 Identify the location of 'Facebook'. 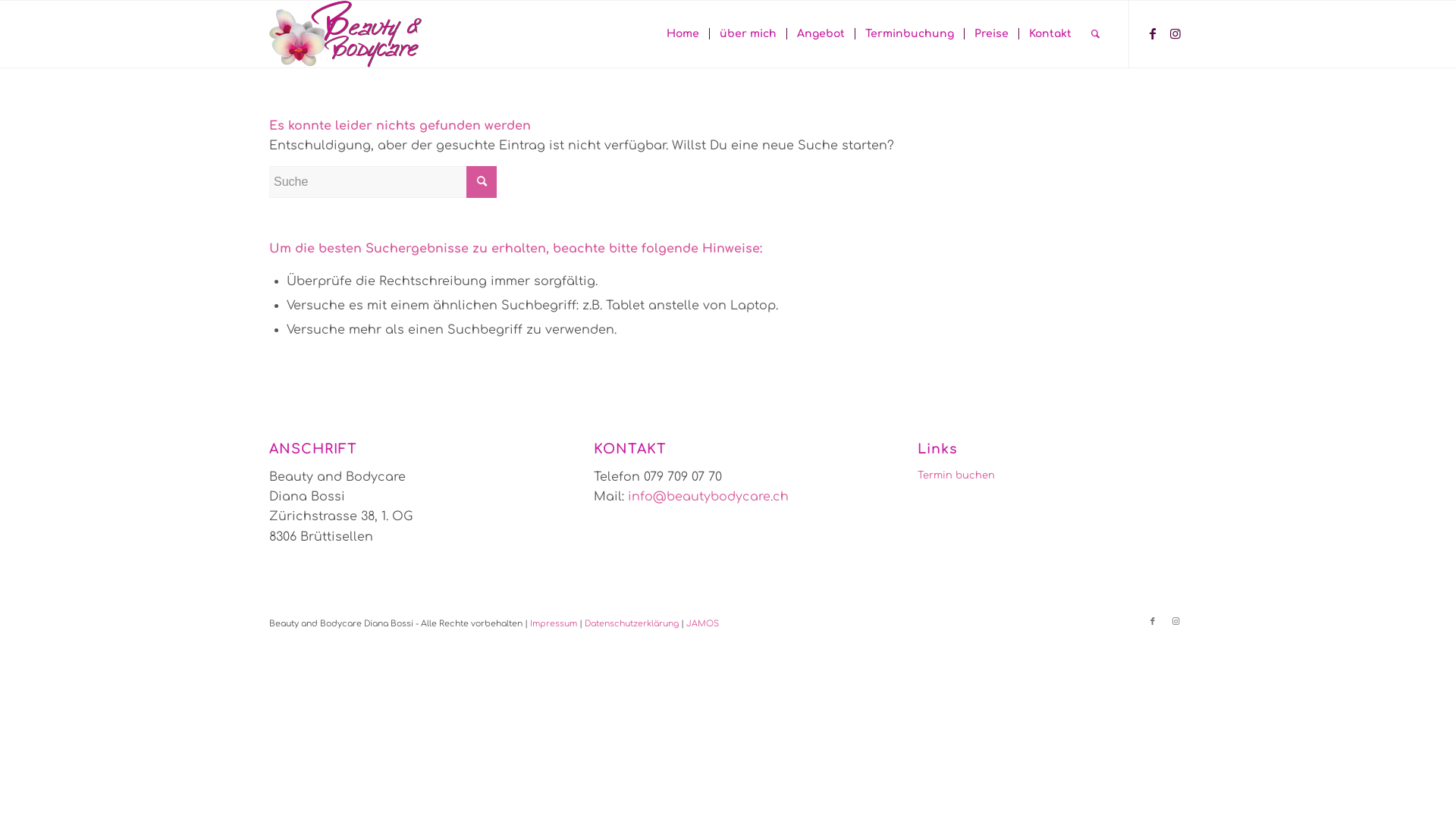
(1153, 622).